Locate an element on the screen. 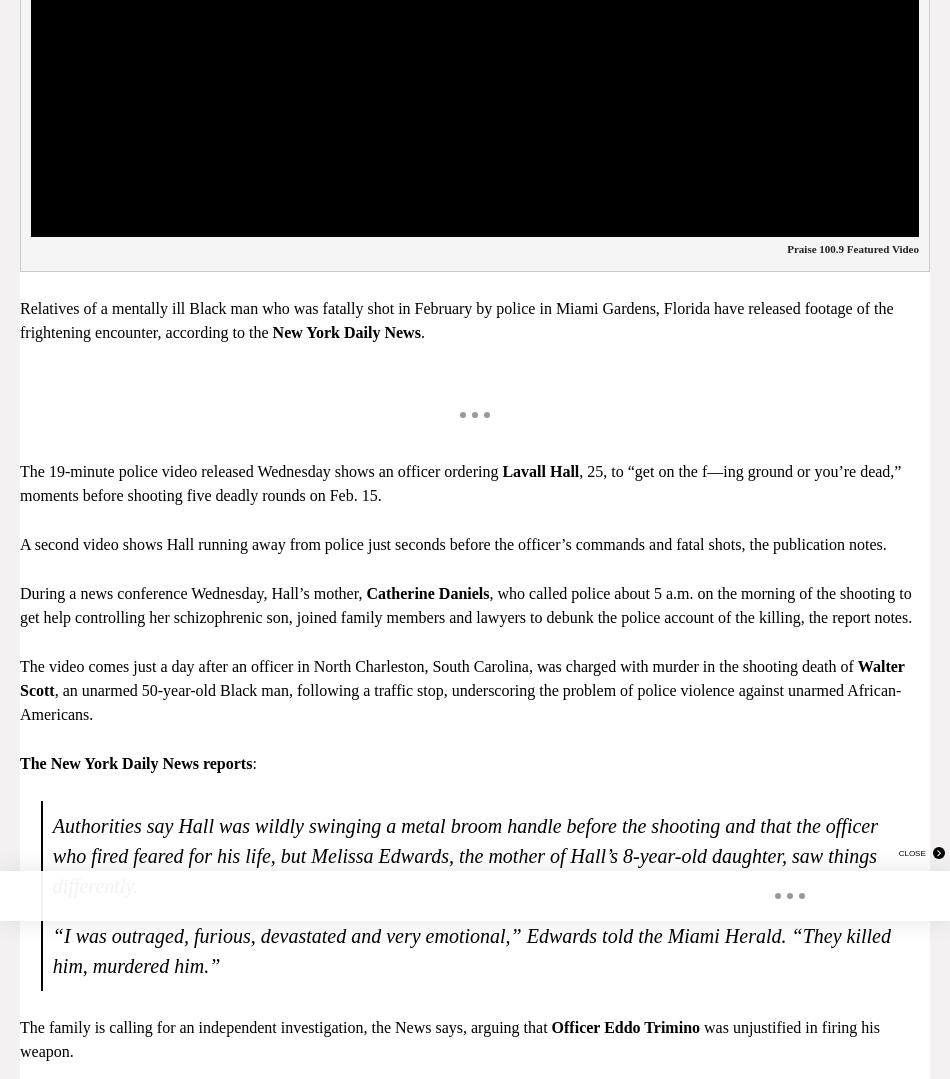 The height and width of the screenshot is (1079, 950). ':' is located at coordinates (253, 762).